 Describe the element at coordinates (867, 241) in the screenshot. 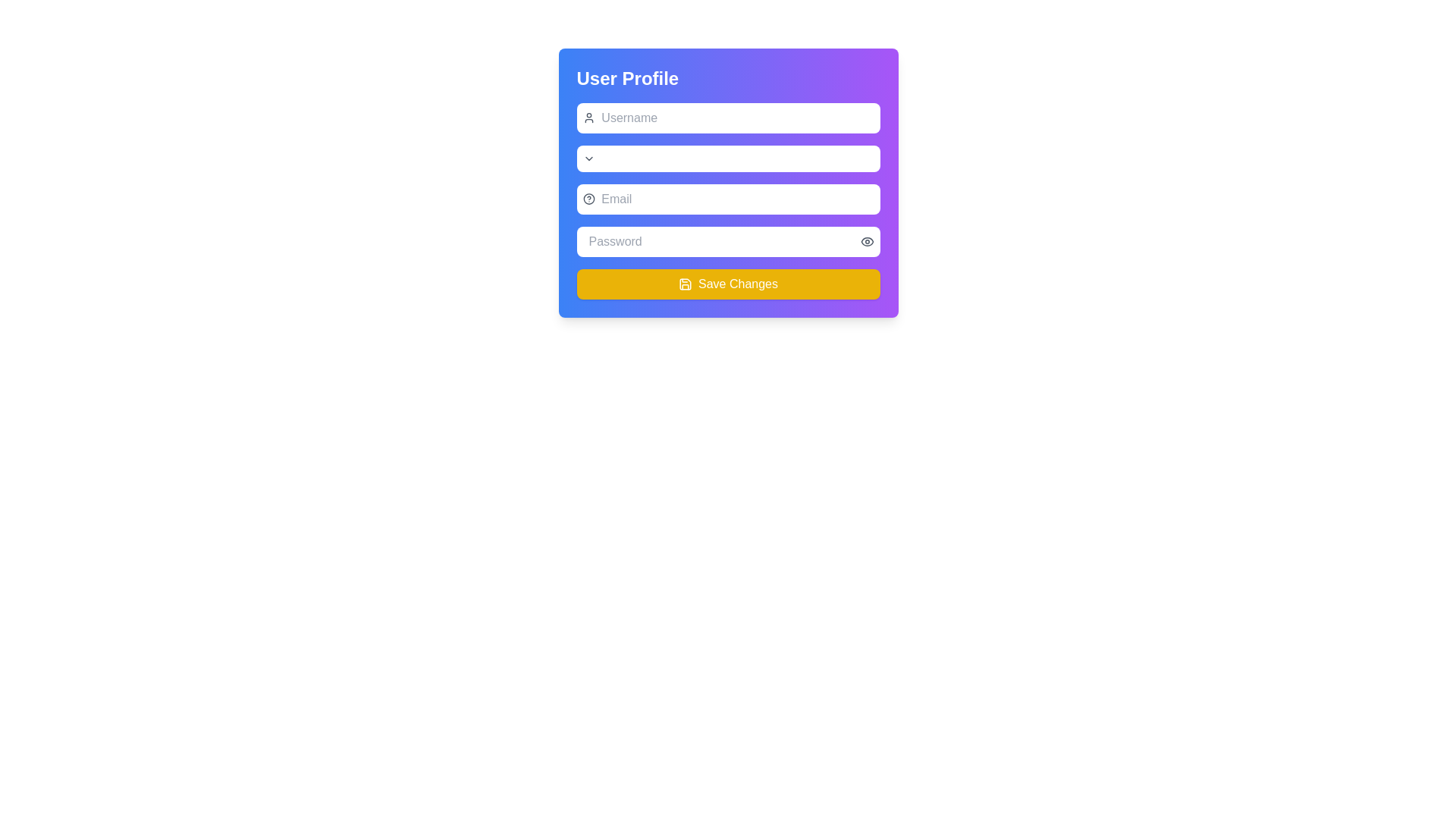

I see `the gray button with an eye icon that is located to the right of the password input field` at that location.